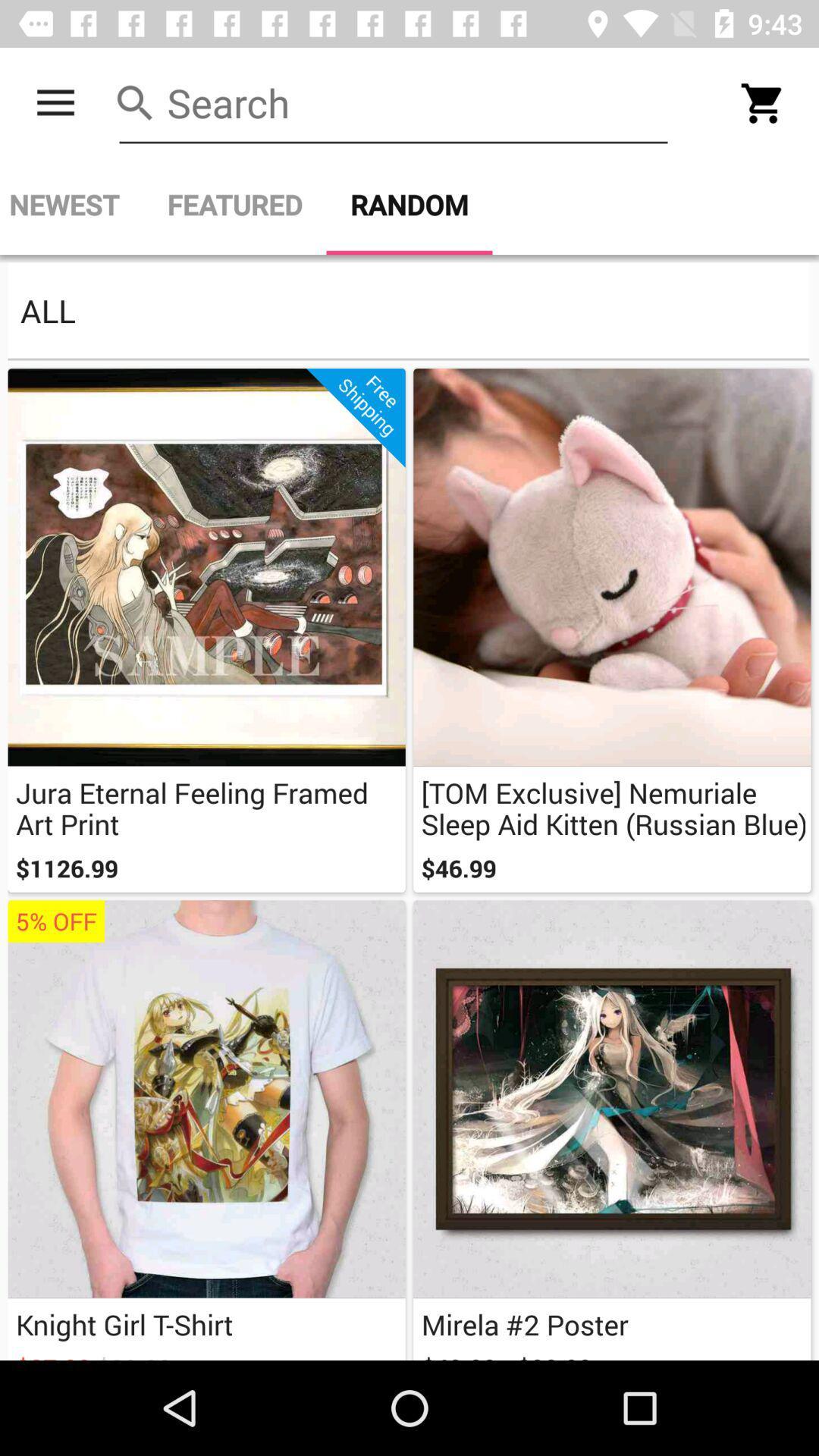 This screenshot has width=819, height=1456. What do you see at coordinates (71, 204) in the screenshot?
I see `the newest item` at bounding box center [71, 204].